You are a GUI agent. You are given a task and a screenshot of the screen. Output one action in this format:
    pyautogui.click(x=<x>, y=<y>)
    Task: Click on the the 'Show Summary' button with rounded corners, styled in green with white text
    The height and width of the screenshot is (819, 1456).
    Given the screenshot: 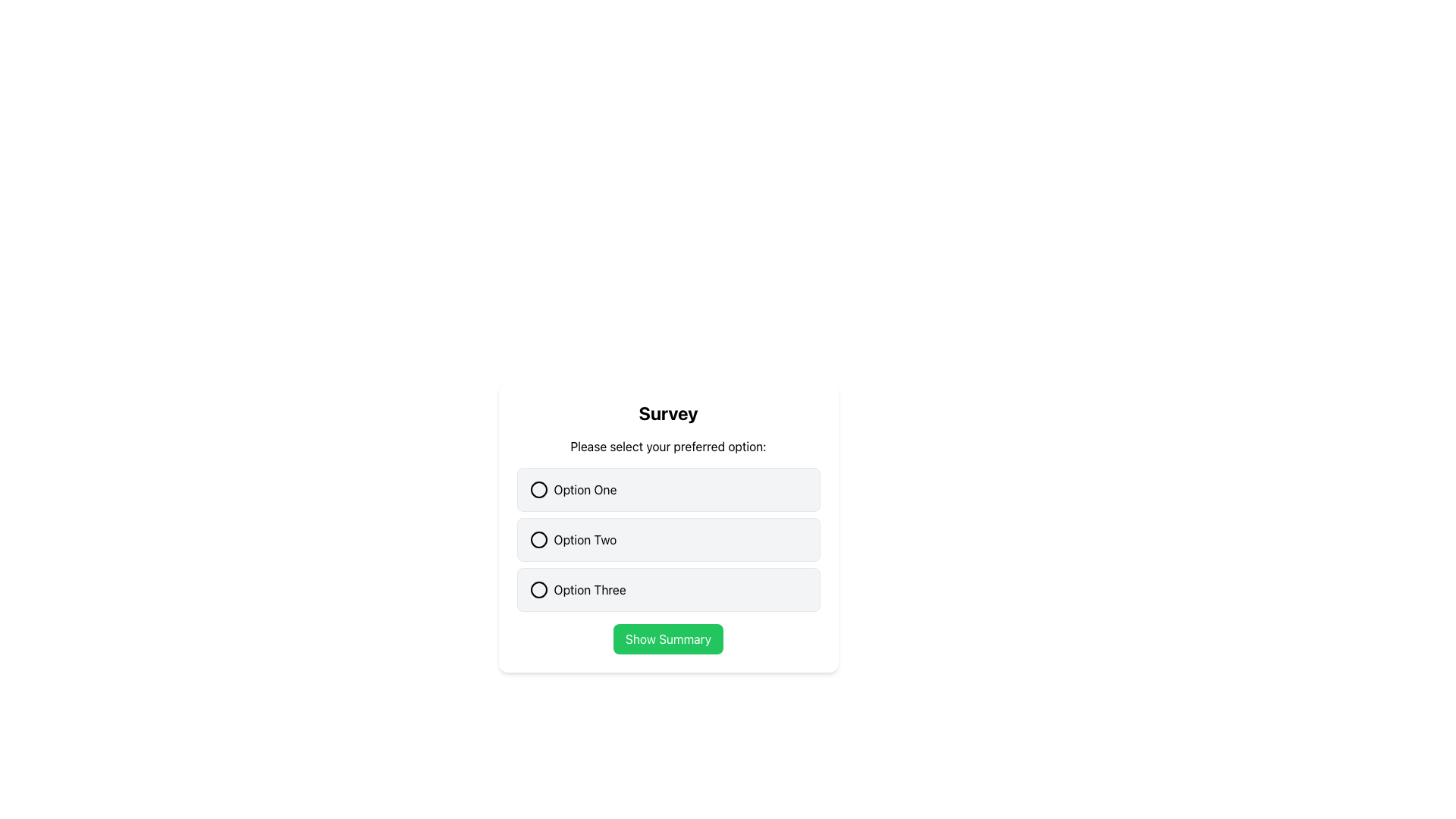 What is the action you would take?
    pyautogui.click(x=667, y=639)
    